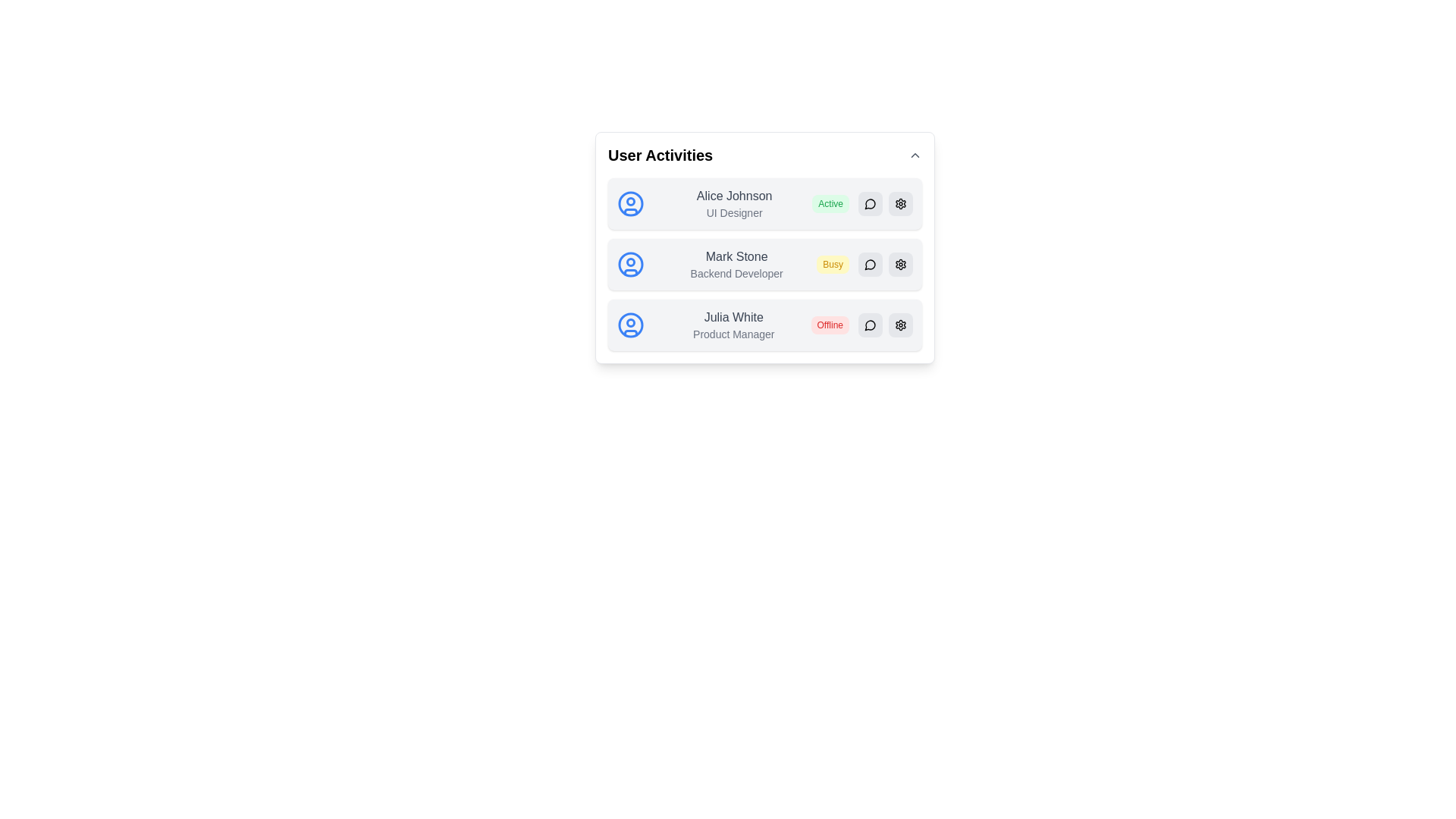 This screenshot has height=819, width=1456. Describe the element at coordinates (870, 263) in the screenshot. I see `the button with a rounded square shape and a black speech bubble icon, located in the middle row of the user activity list` at that location.